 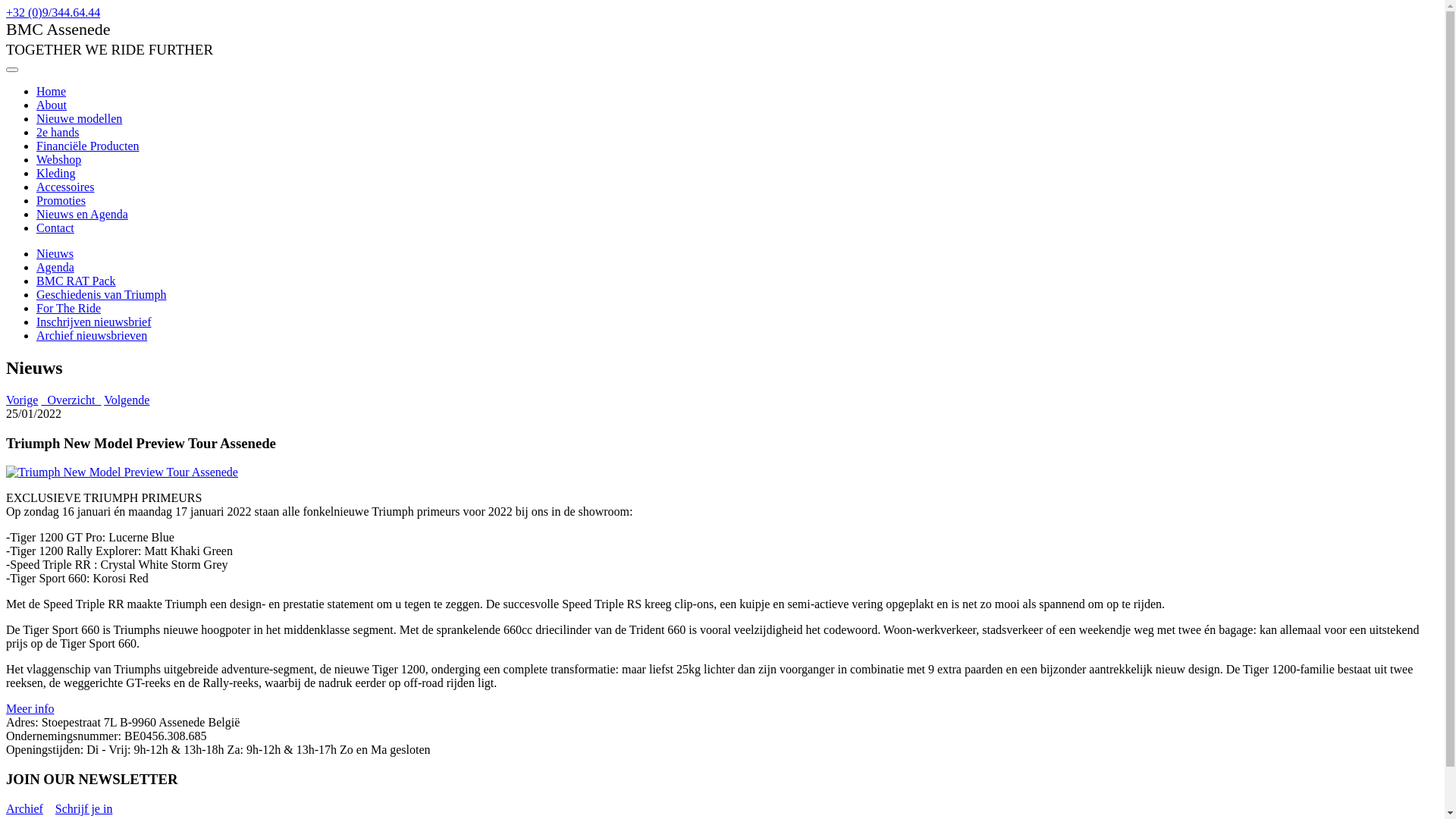 What do you see at coordinates (83, 808) in the screenshot?
I see `'Schrijf je in'` at bounding box center [83, 808].